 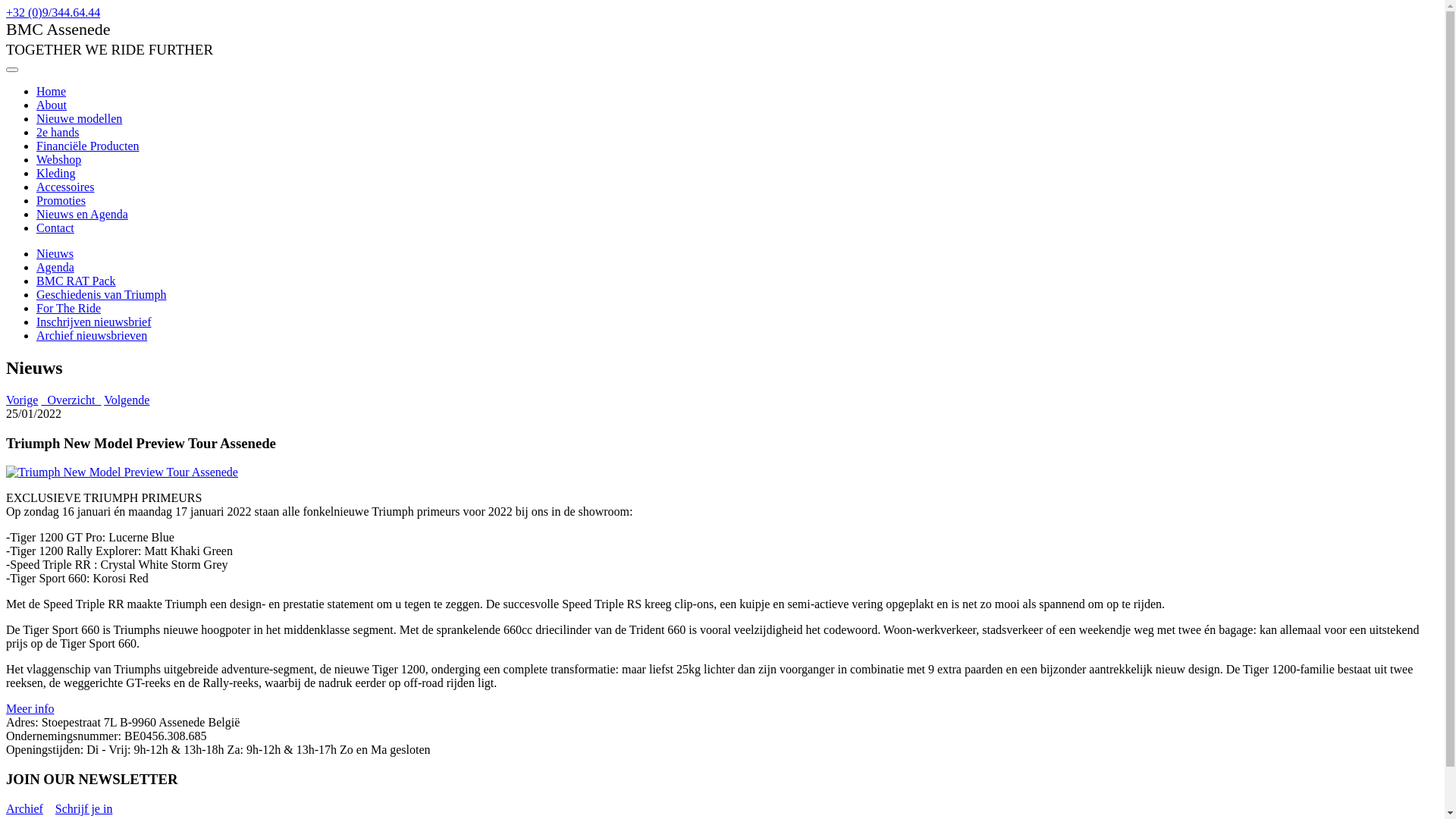 What do you see at coordinates (83, 808) in the screenshot?
I see `'Schrijf je in'` at bounding box center [83, 808].